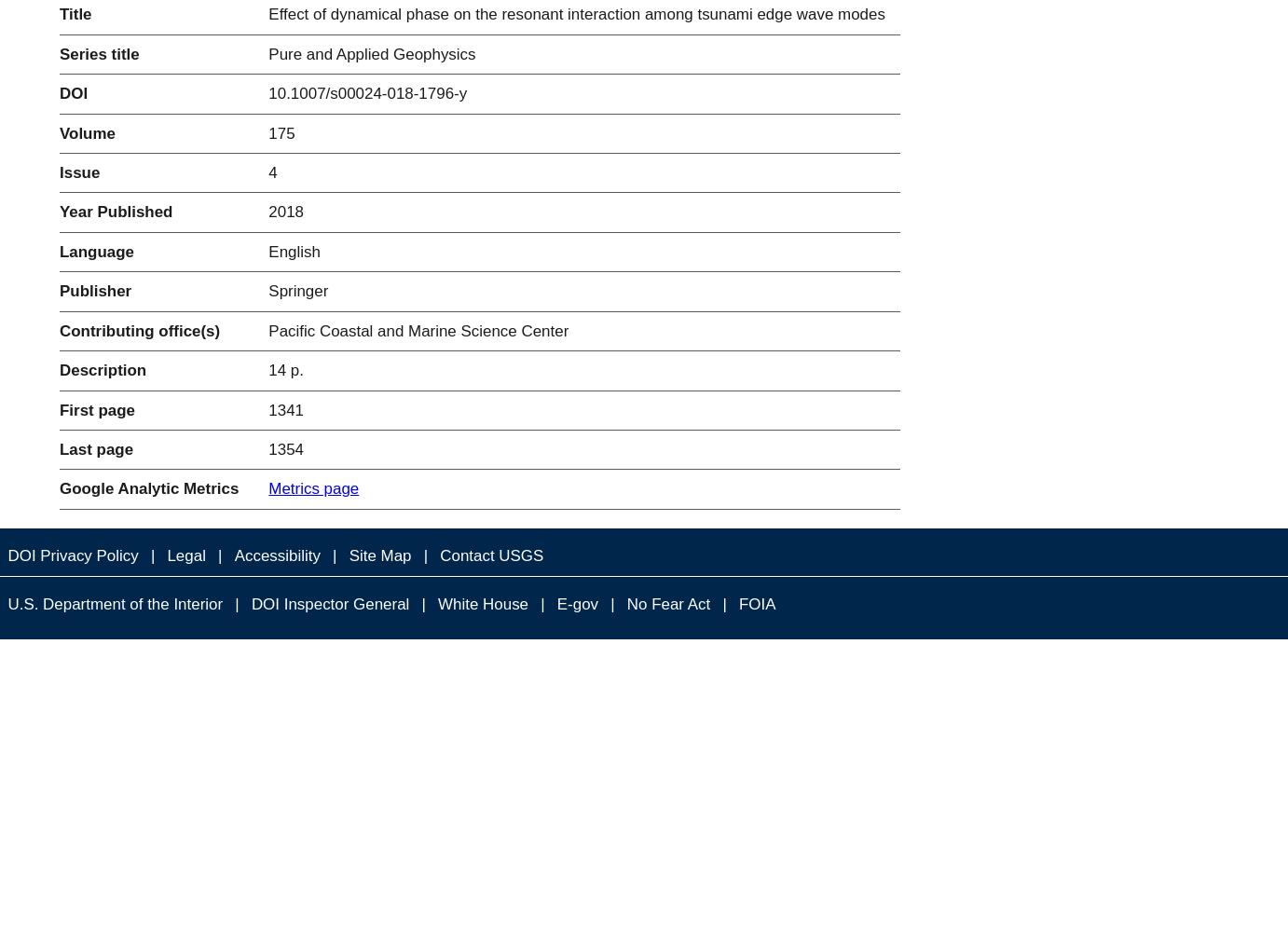 The image size is (1288, 932). Describe the element at coordinates (280, 132) in the screenshot. I see `'175'` at that location.